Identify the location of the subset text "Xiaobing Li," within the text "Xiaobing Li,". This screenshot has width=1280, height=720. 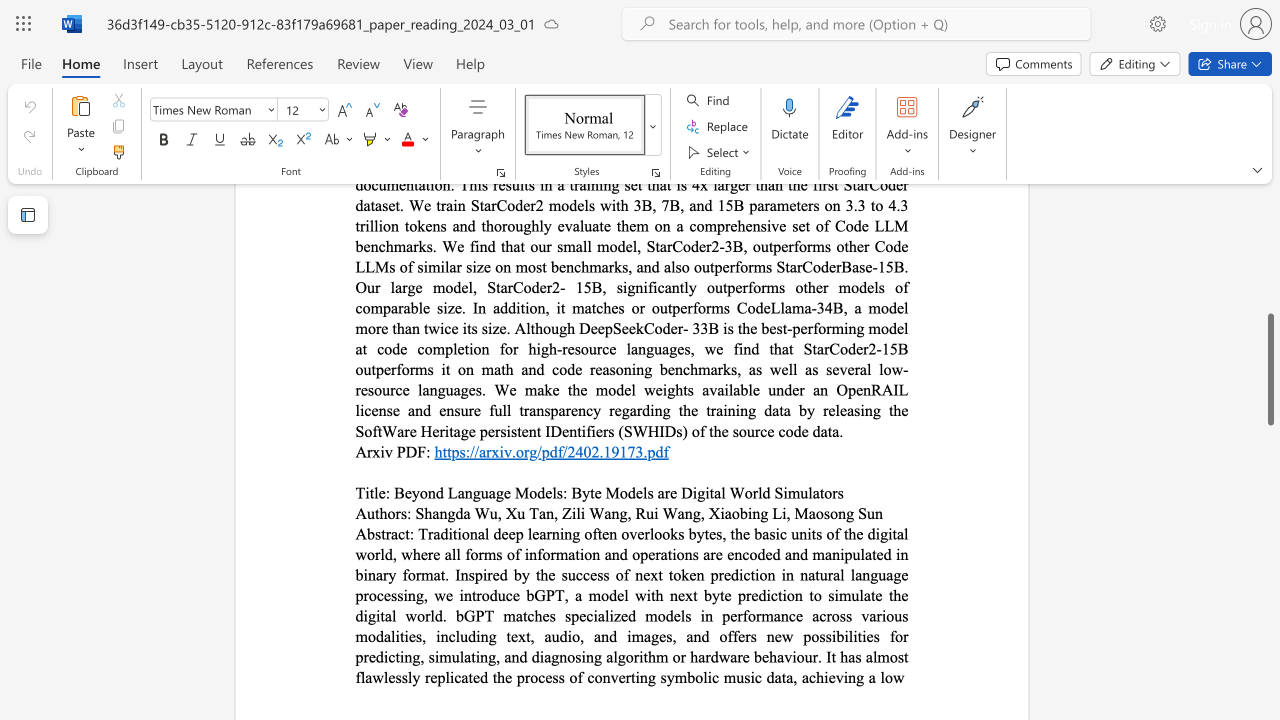
(708, 512).